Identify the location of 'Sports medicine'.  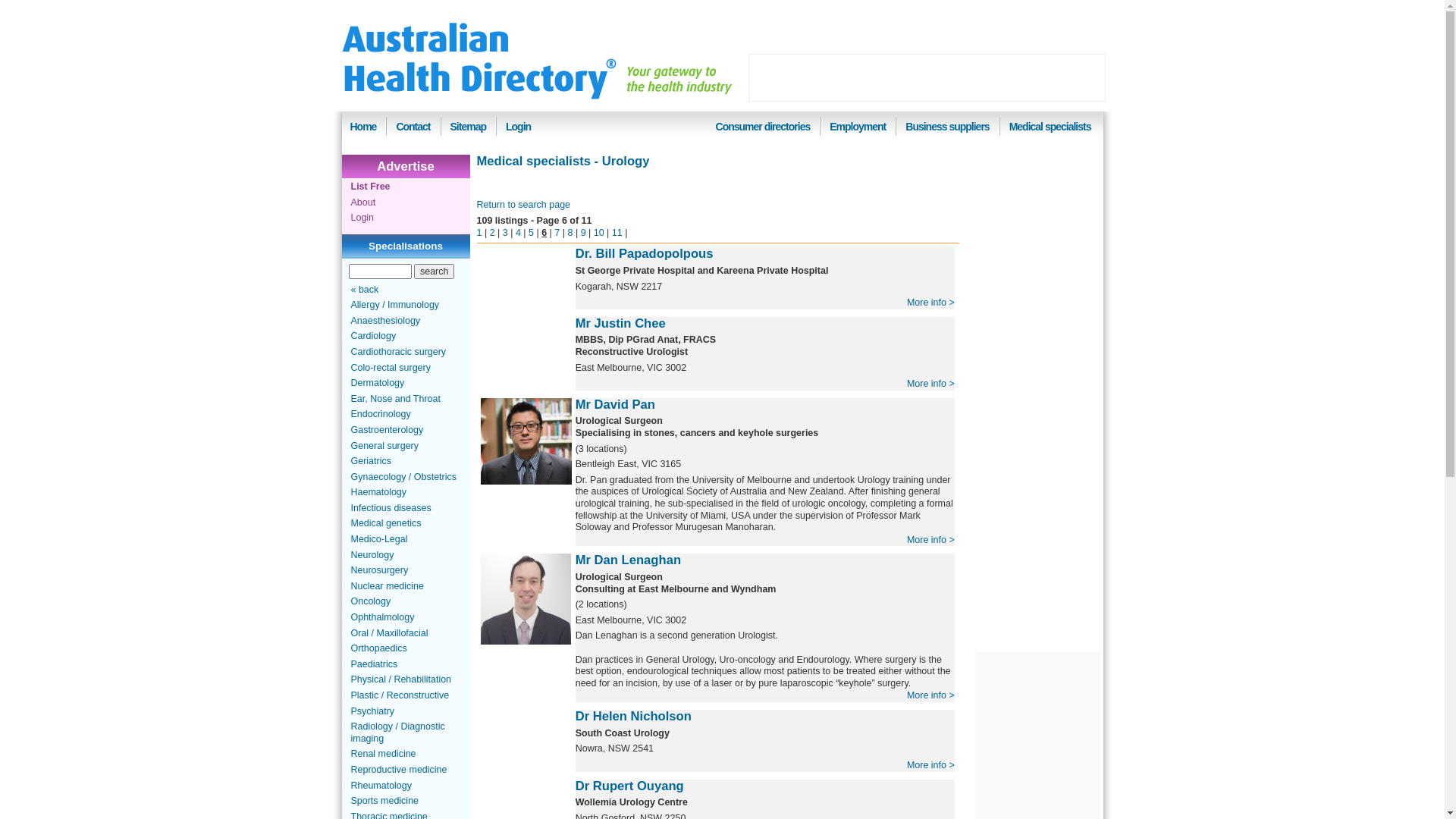
(384, 800).